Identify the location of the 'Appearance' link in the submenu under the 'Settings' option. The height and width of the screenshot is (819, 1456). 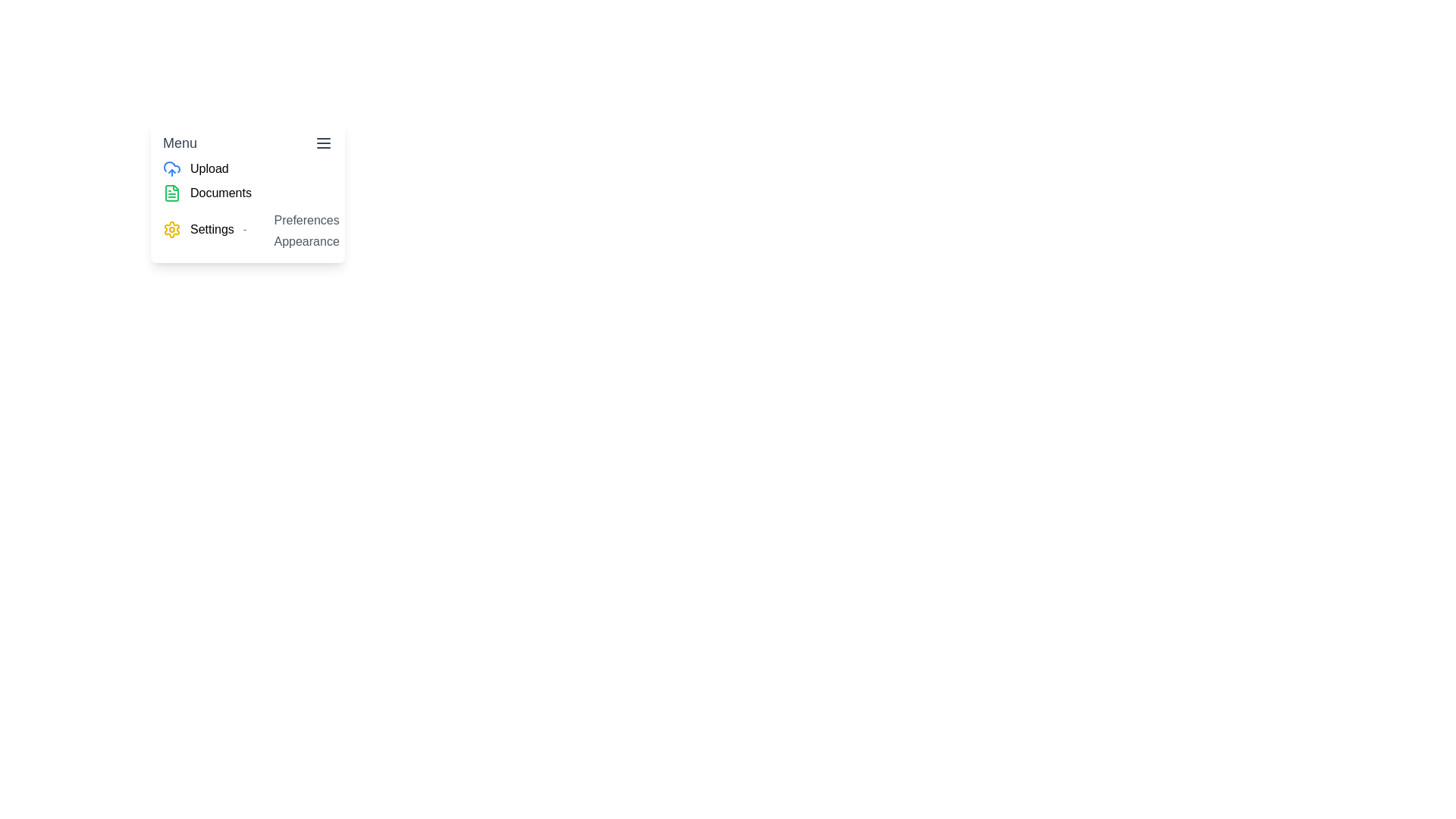
(297, 231).